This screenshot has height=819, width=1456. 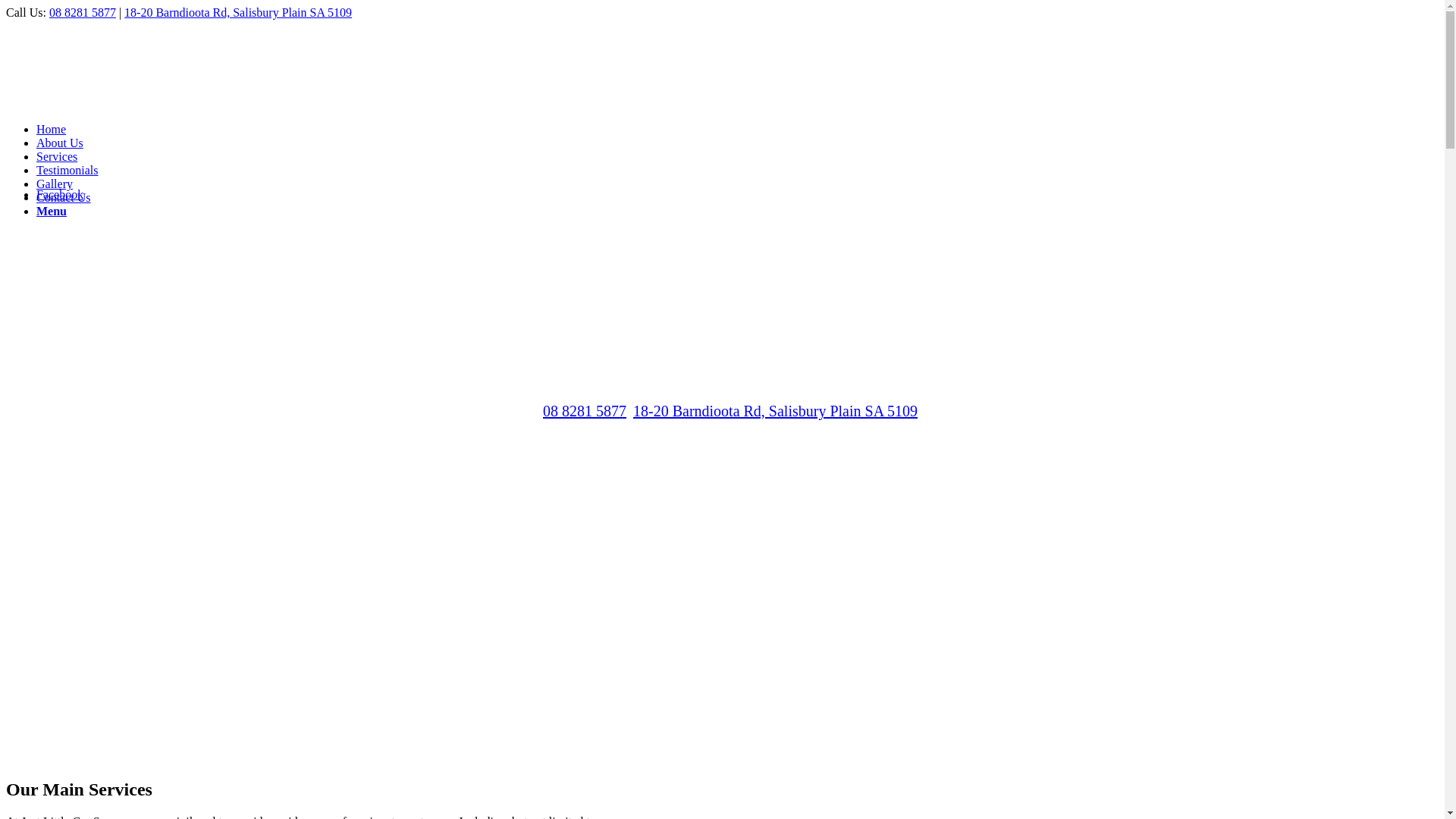 I want to click on 'Services', so click(x=57, y=156).